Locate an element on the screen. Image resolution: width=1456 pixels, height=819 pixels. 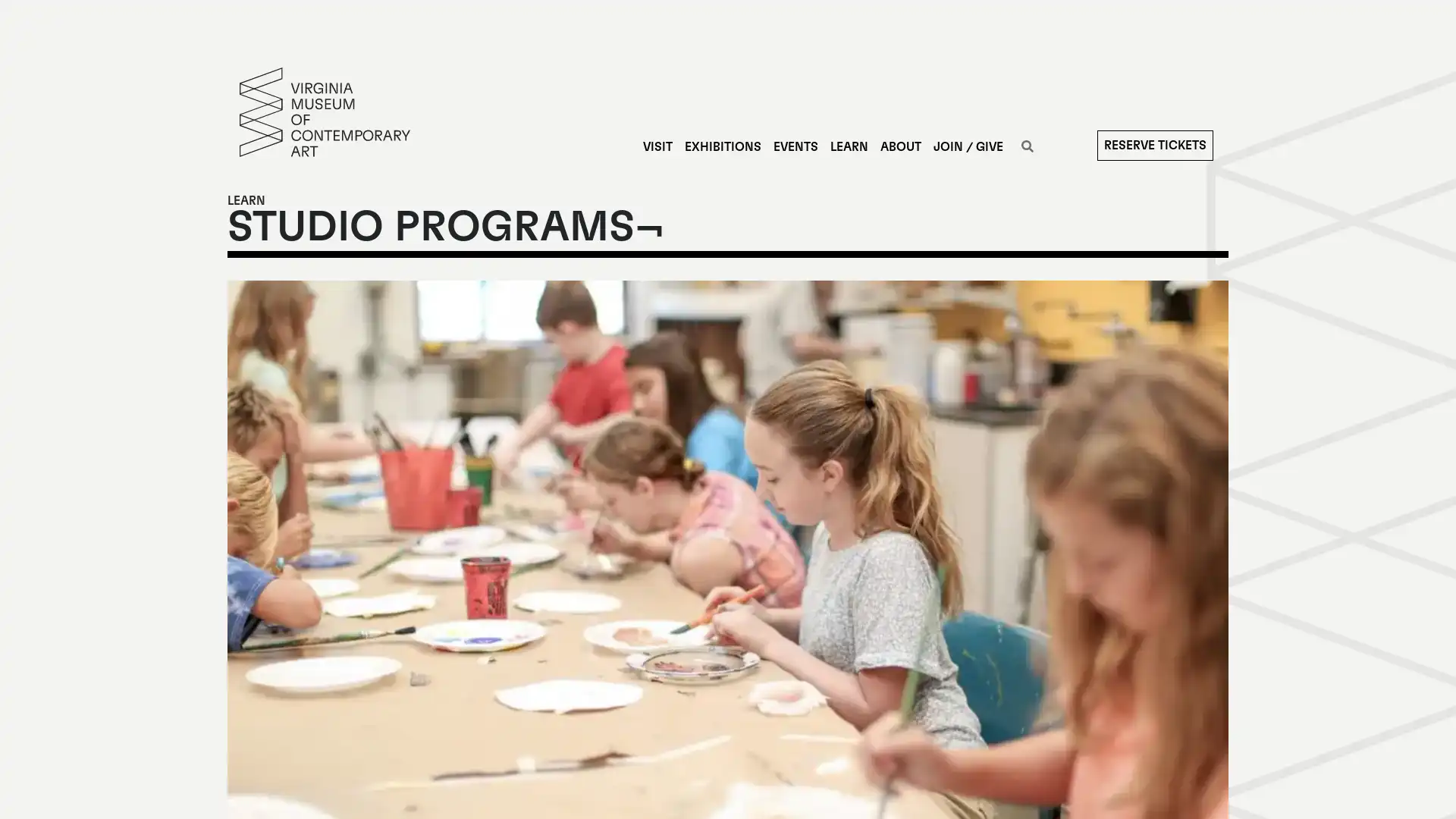
EVENTS is located at coordinates (794, 146).